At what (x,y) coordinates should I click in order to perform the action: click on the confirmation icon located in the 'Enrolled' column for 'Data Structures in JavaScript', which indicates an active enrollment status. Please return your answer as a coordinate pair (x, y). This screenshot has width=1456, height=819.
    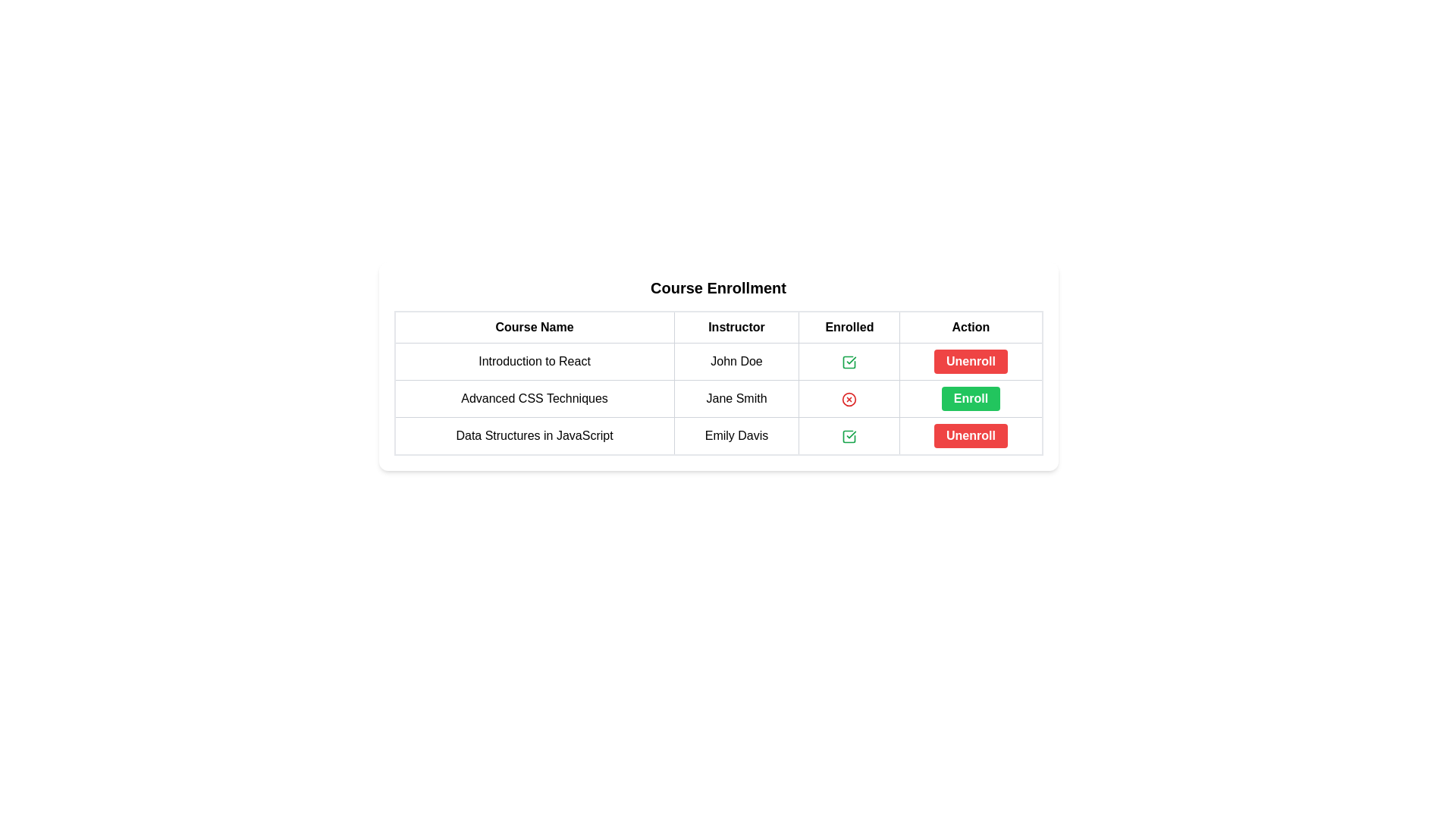
    Looking at the image, I should click on (849, 362).